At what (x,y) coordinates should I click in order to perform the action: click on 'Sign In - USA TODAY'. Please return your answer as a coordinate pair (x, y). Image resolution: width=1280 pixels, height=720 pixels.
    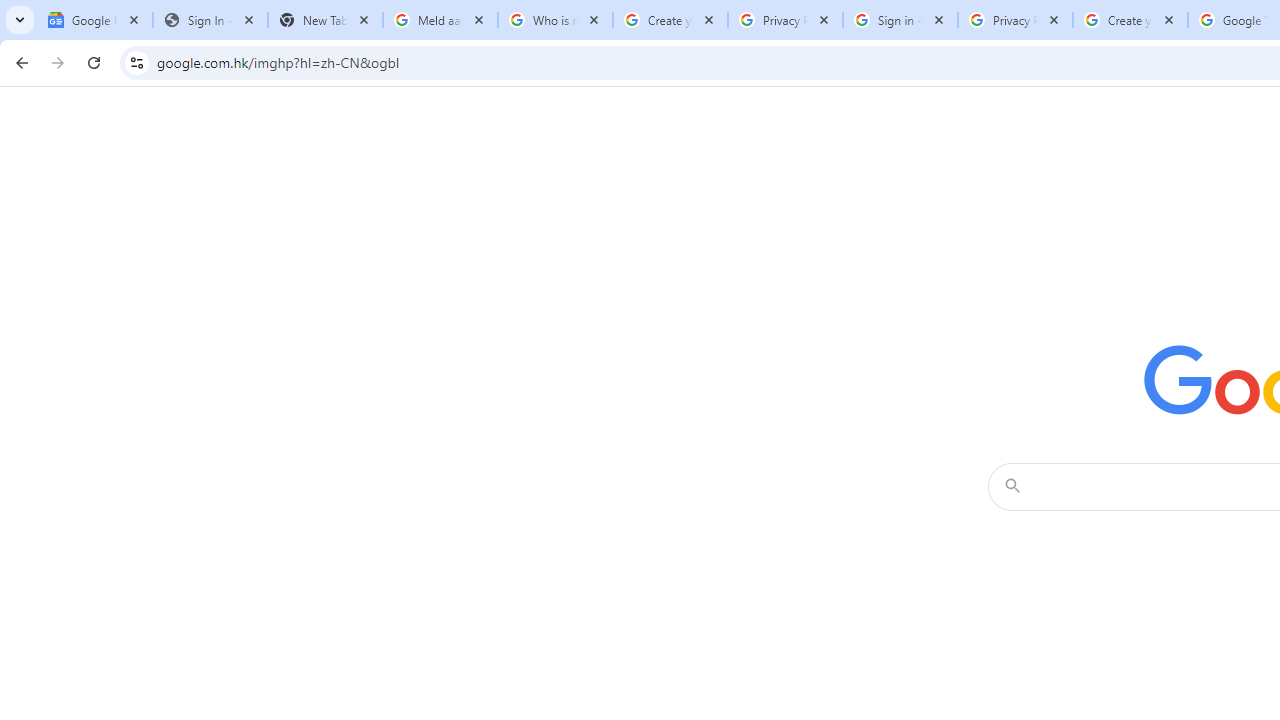
    Looking at the image, I should click on (209, 20).